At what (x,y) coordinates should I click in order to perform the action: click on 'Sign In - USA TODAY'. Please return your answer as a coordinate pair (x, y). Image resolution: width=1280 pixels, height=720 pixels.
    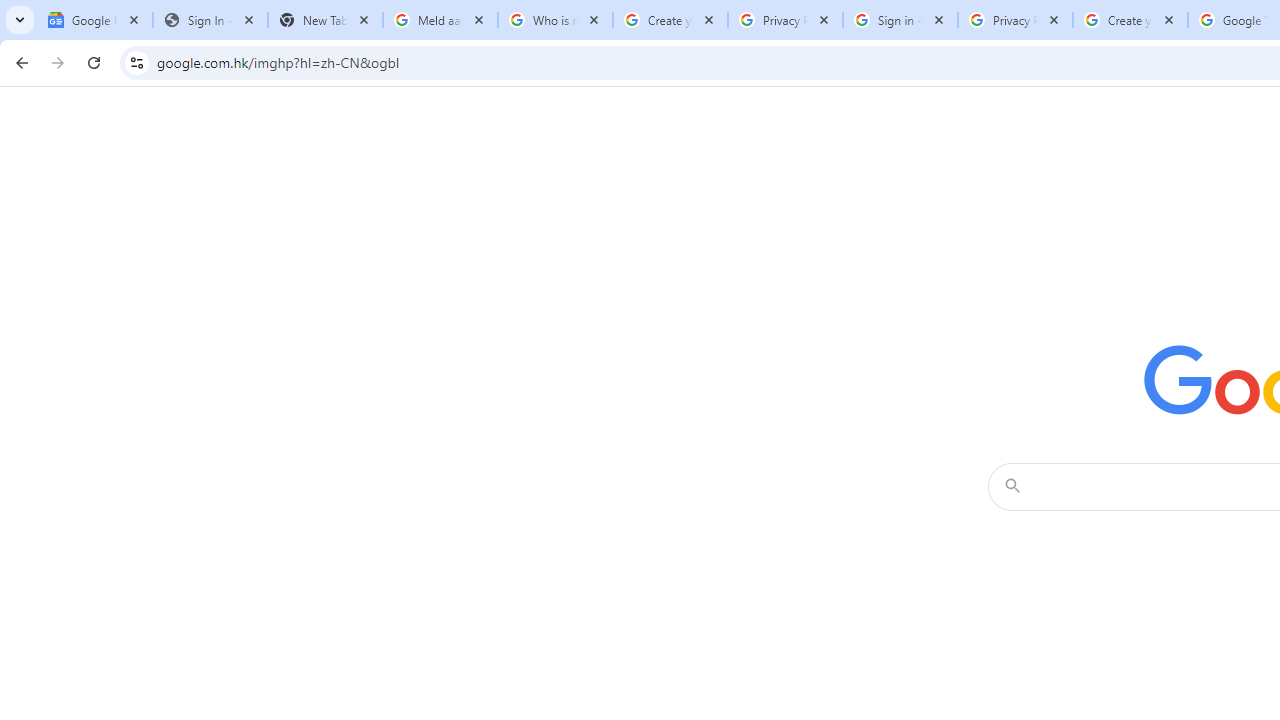
    Looking at the image, I should click on (209, 20).